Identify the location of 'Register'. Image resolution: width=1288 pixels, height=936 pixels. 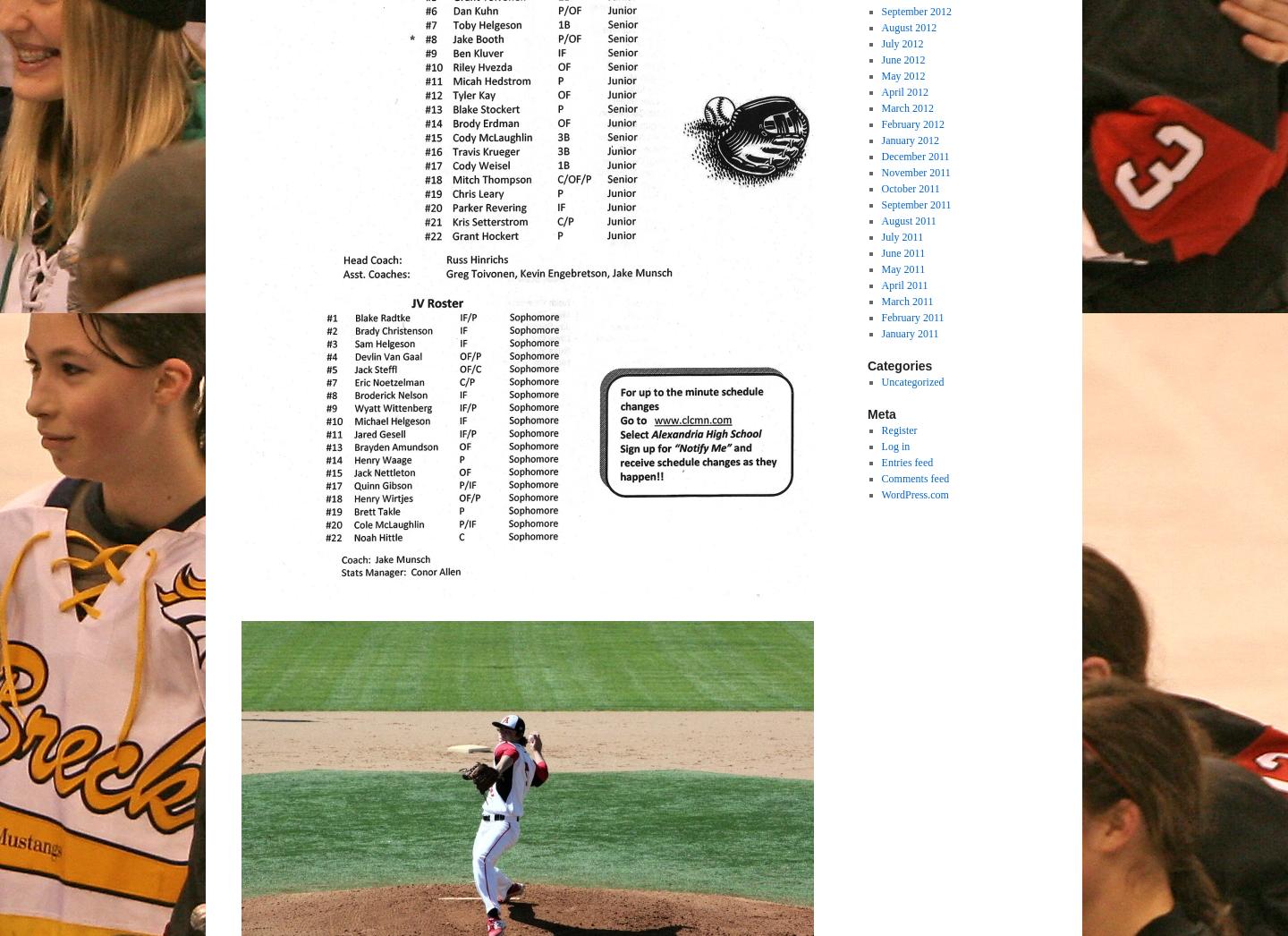
(897, 430).